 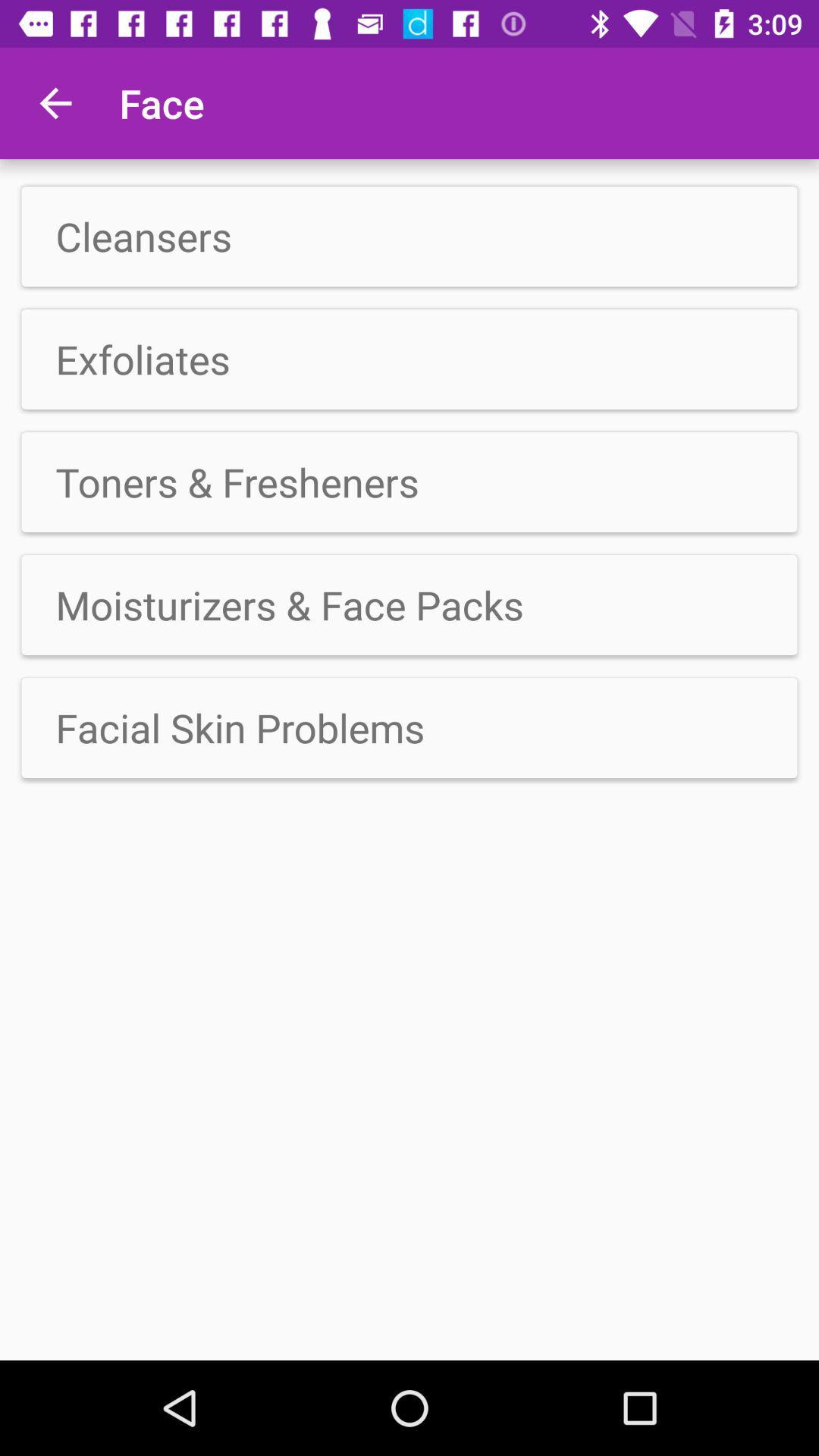 I want to click on the app above the cleansers app, so click(x=55, y=102).